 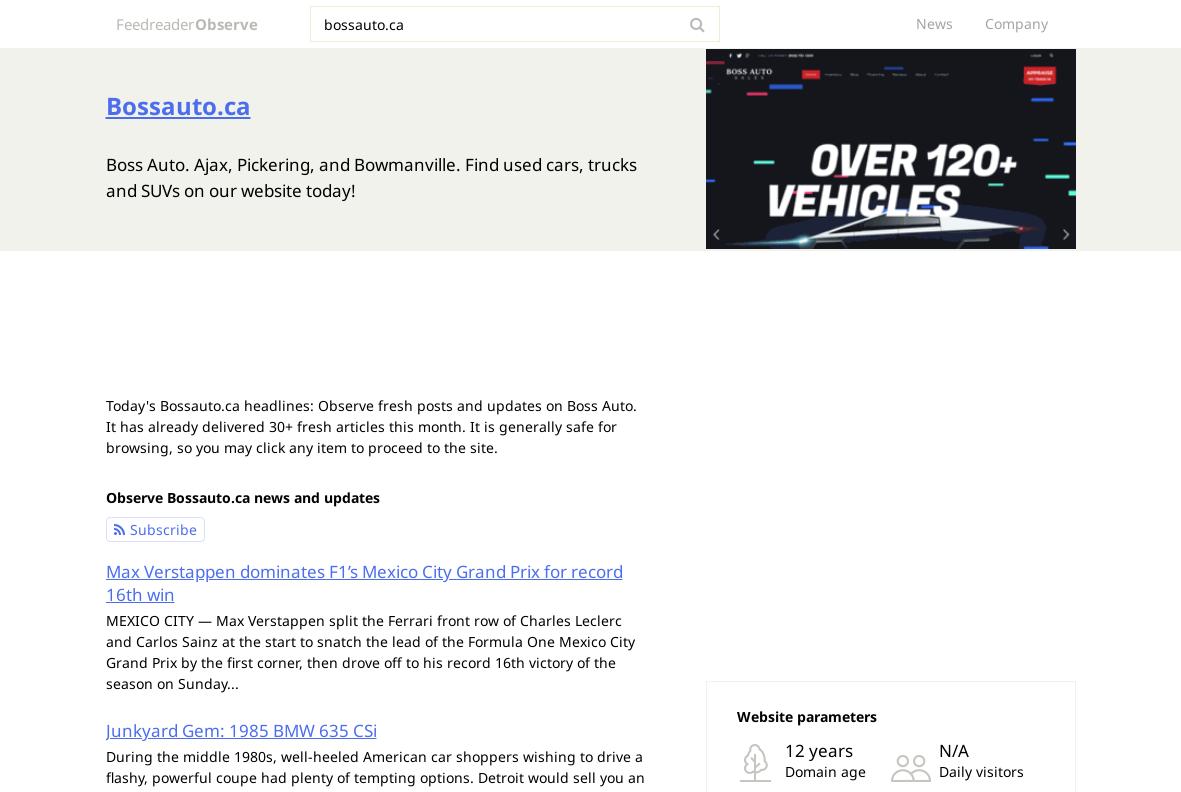 What do you see at coordinates (240, 496) in the screenshot?
I see `'Observe Bossauto.ca news and updates'` at bounding box center [240, 496].